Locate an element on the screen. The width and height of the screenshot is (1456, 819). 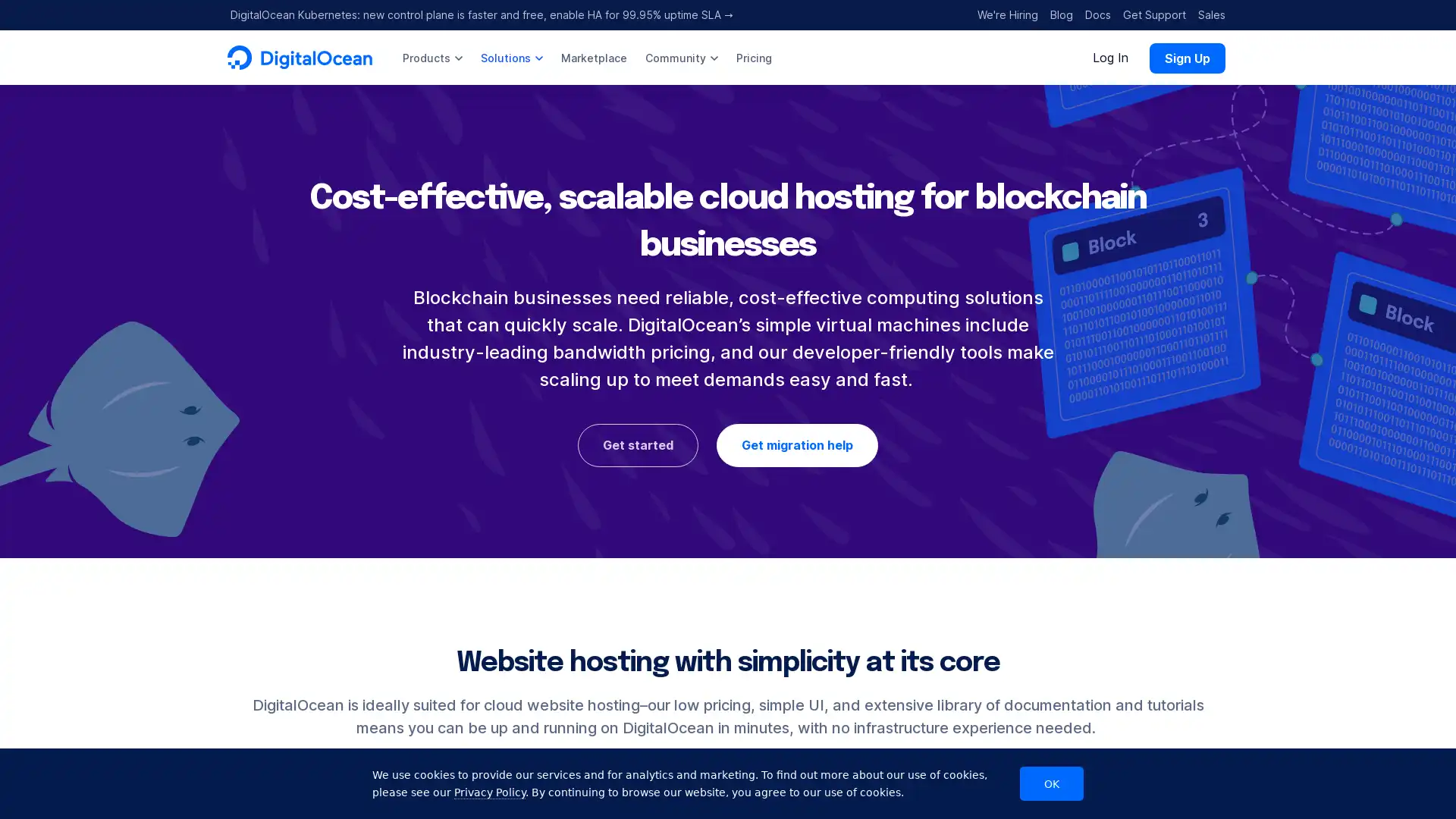
Solutions is located at coordinates (512, 57).